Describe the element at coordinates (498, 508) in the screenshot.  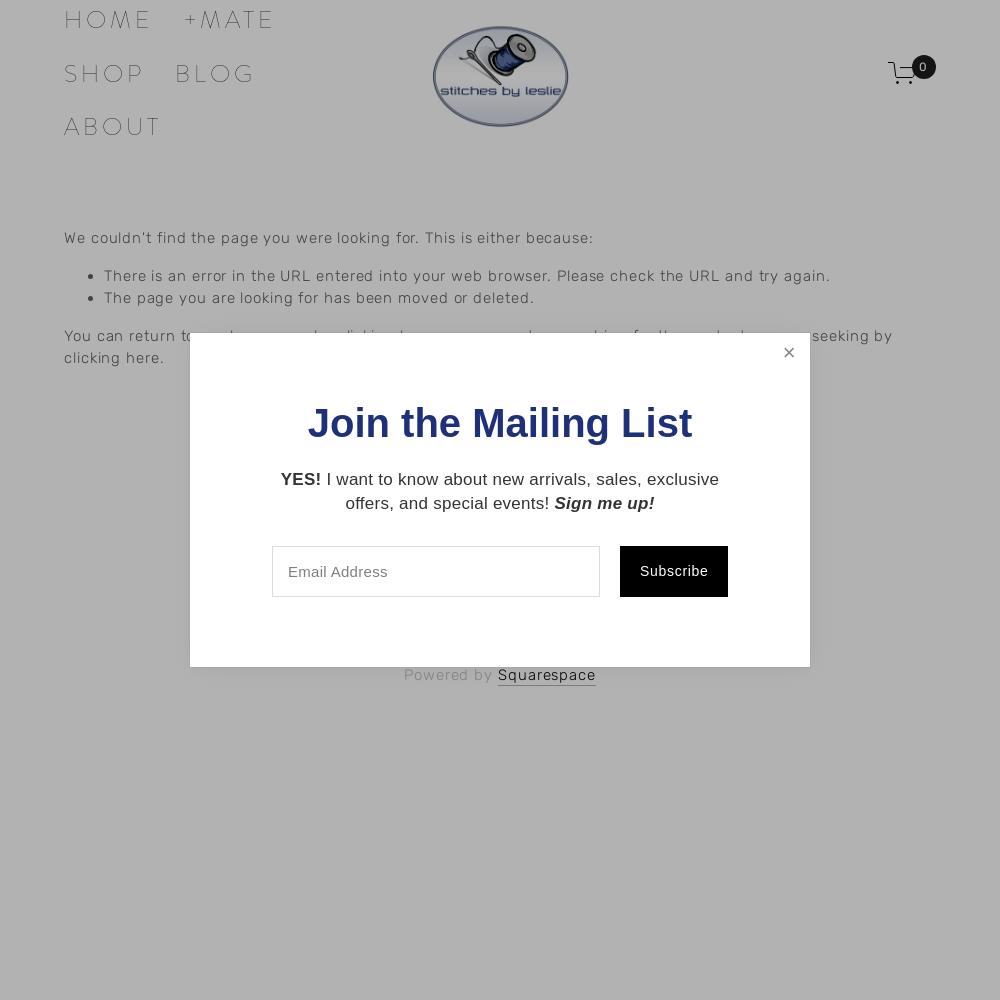
I see `'All 'Mate products are patent pending and trademark protected'` at that location.